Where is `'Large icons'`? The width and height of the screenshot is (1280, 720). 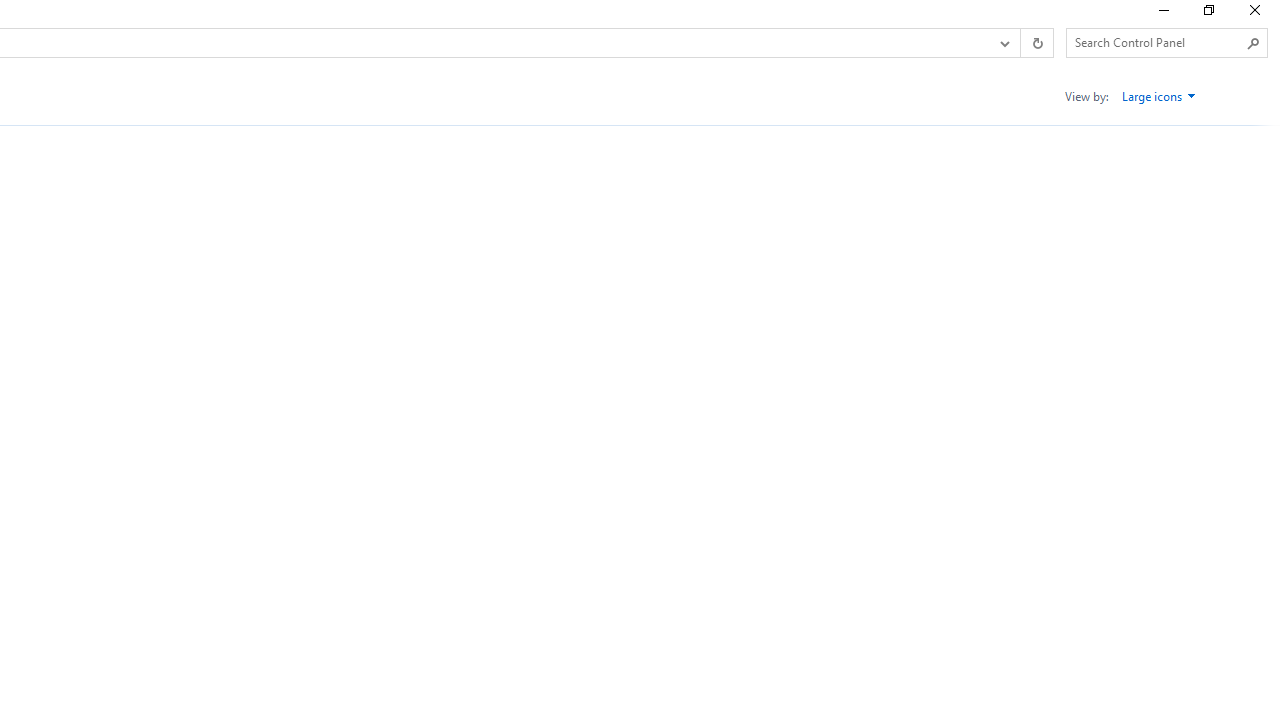 'Large icons' is located at coordinates (1159, 96).